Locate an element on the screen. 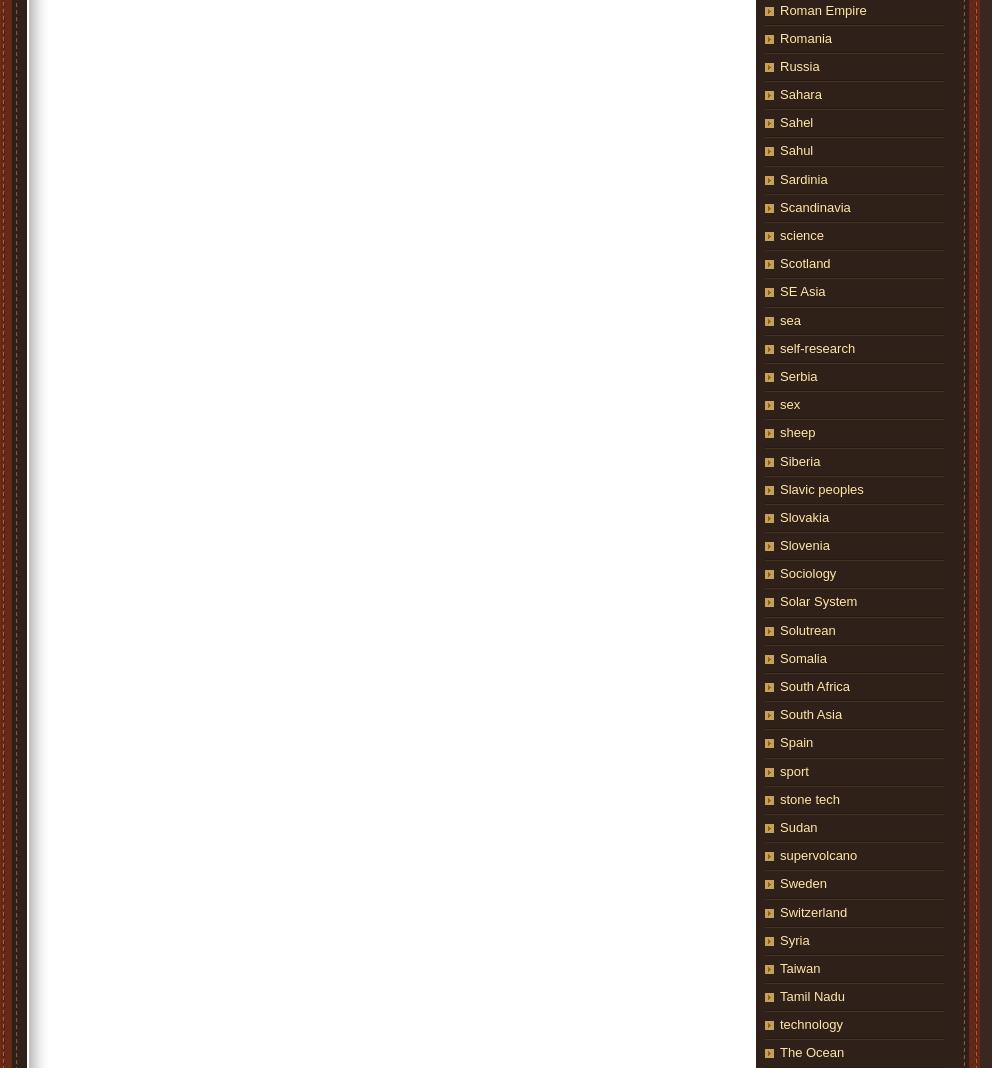 The image size is (992, 1068). 'Roman Empire' is located at coordinates (822, 8).